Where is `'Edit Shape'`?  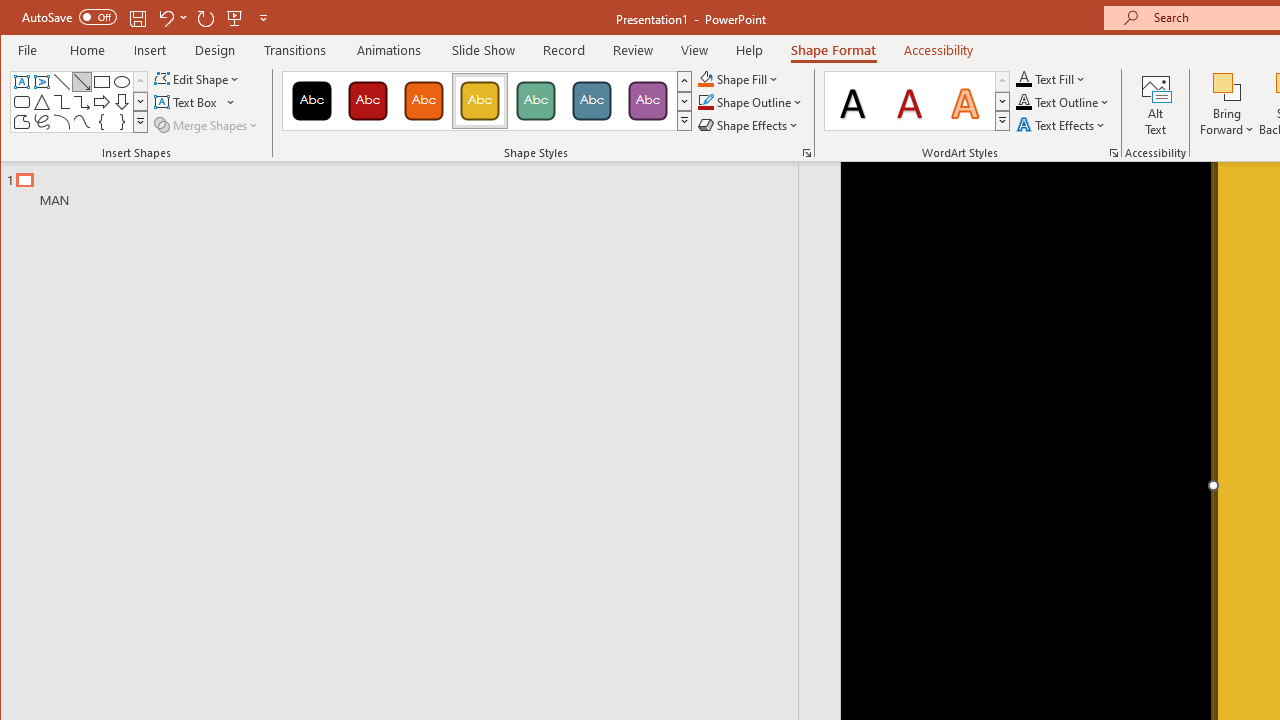
'Edit Shape' is located at coordinates (198, 78).